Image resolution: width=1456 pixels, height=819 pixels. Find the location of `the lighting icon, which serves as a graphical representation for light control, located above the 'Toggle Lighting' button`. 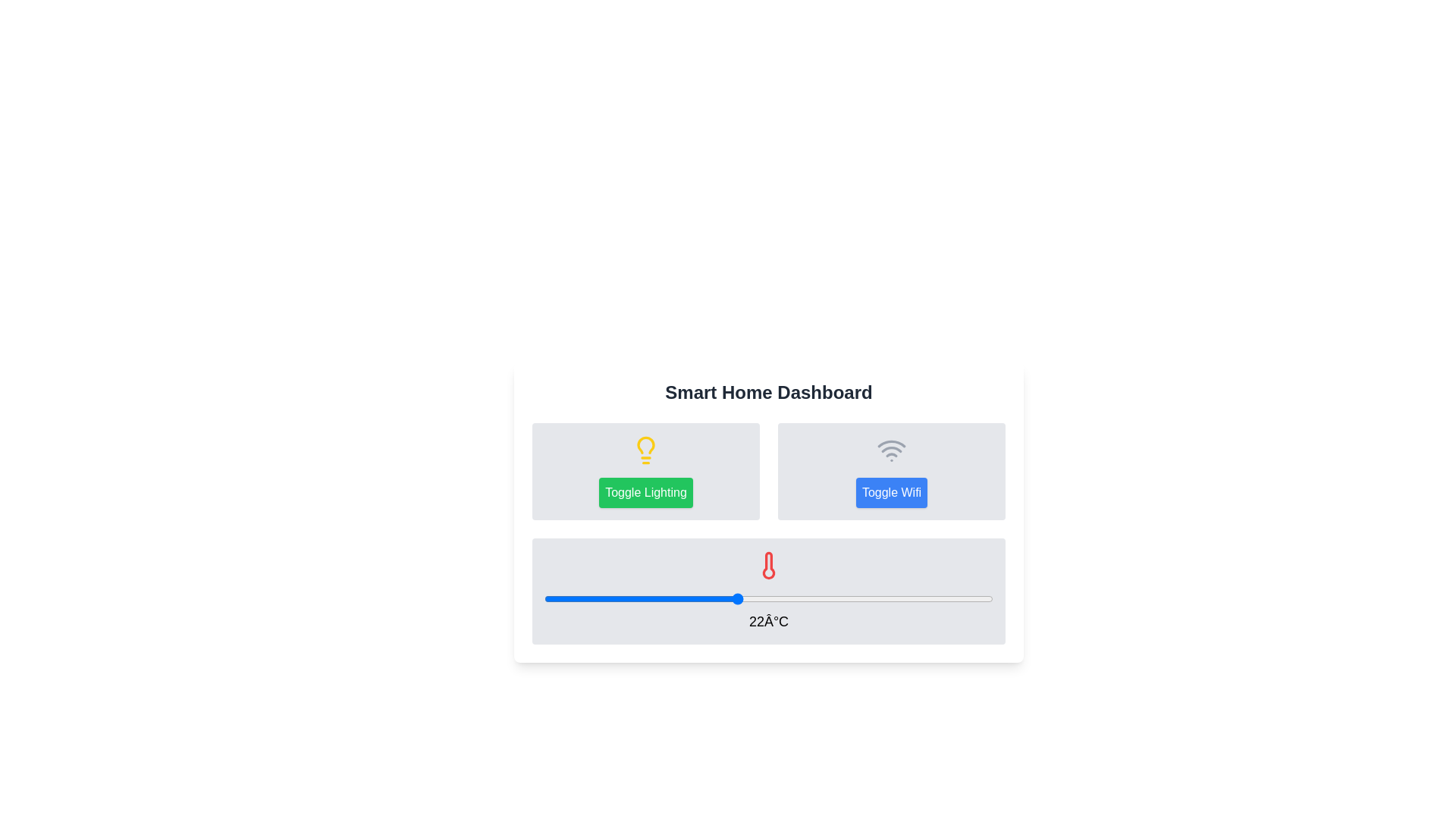

the lighting icon, which serves as a graphical representation for light control, located above the 'Toggle Lighting' button is located at coordinates (645, 450).